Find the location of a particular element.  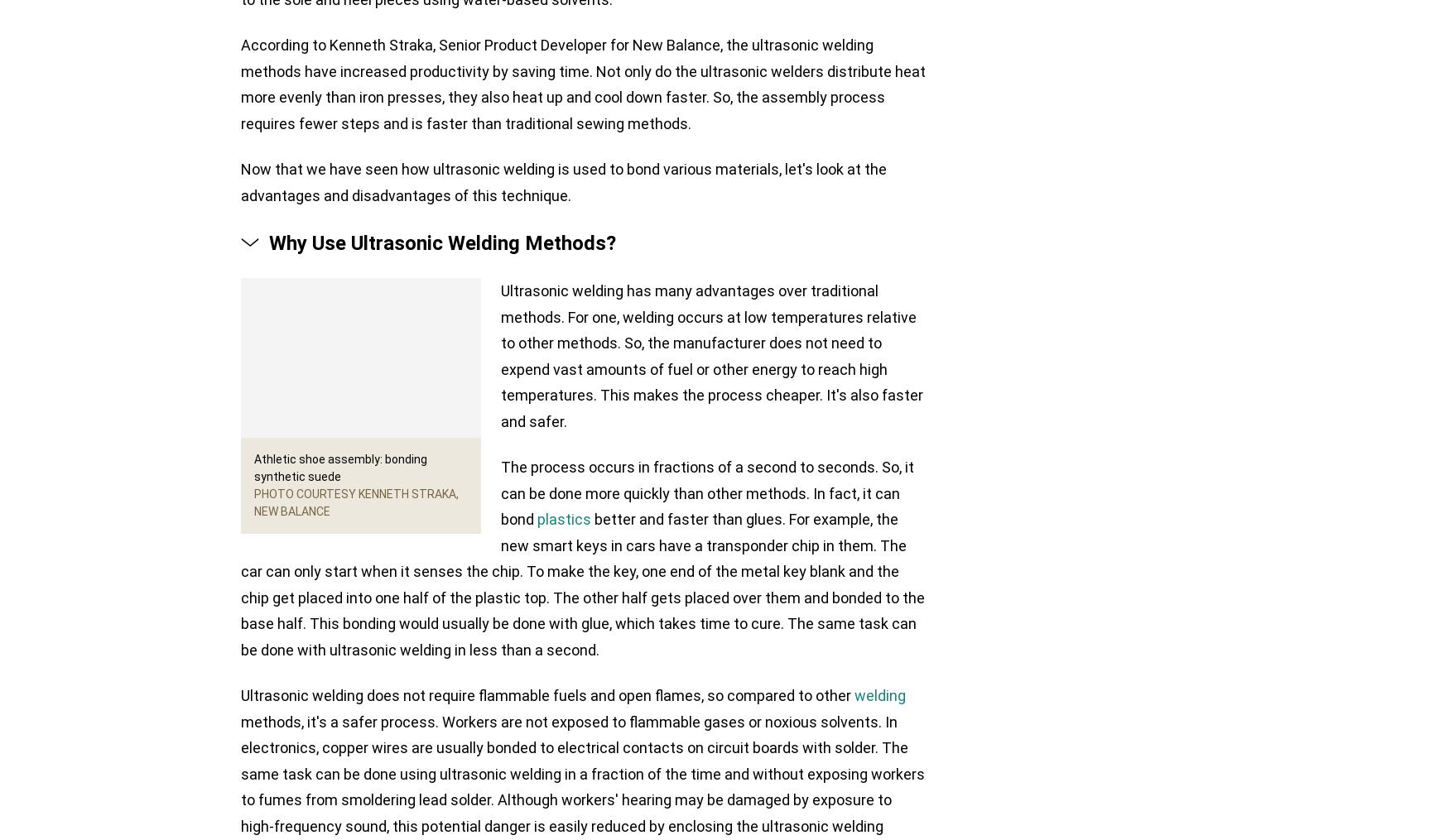

'The process occurs in fractions of a second to seconds. So, it can be done more quickly than other methods. In fact, it can bond' is located at coordinates (707, 492).